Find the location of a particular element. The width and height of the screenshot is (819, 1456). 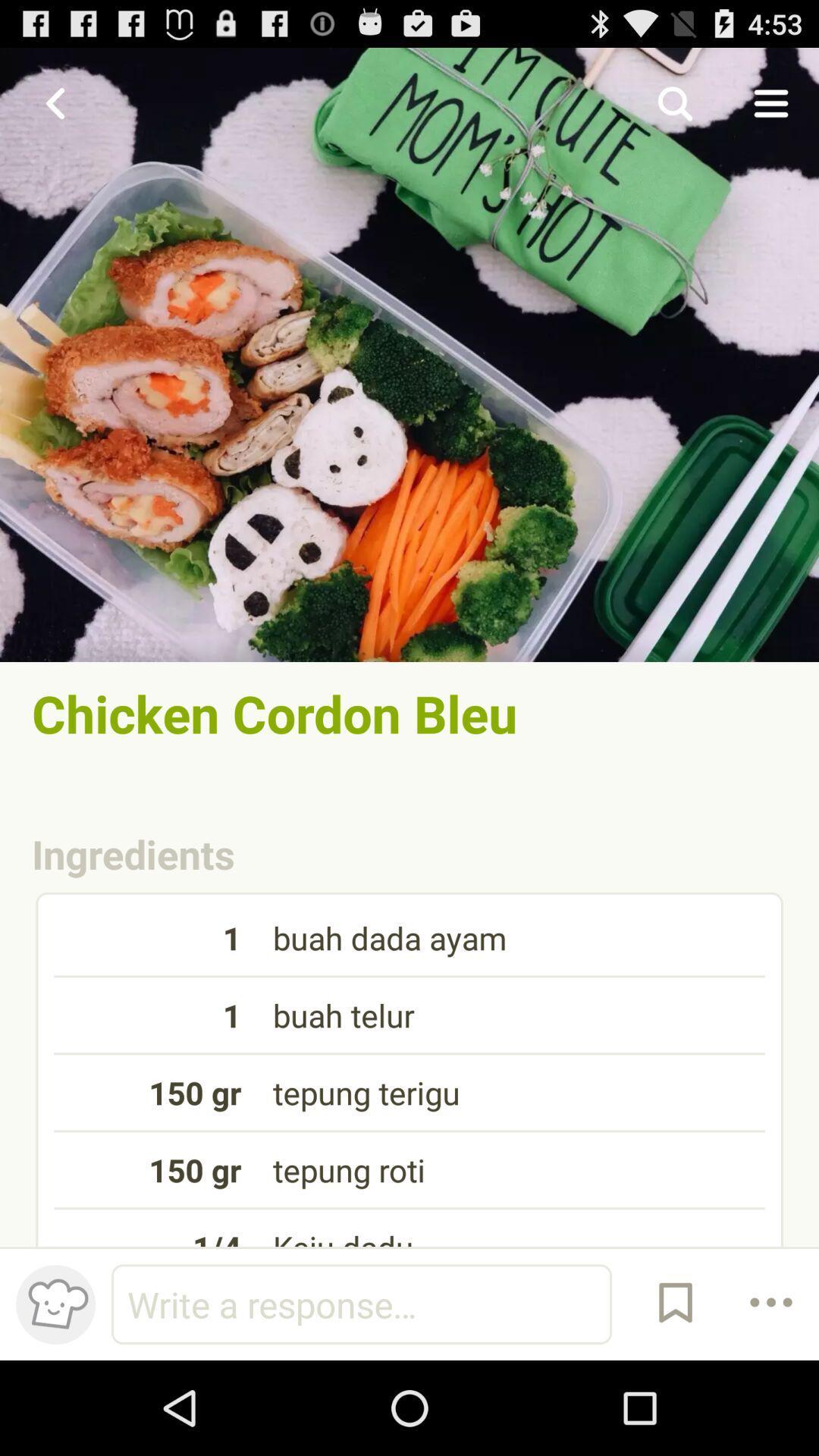

the icon at the top left corner is located at coordinates (55, 102).